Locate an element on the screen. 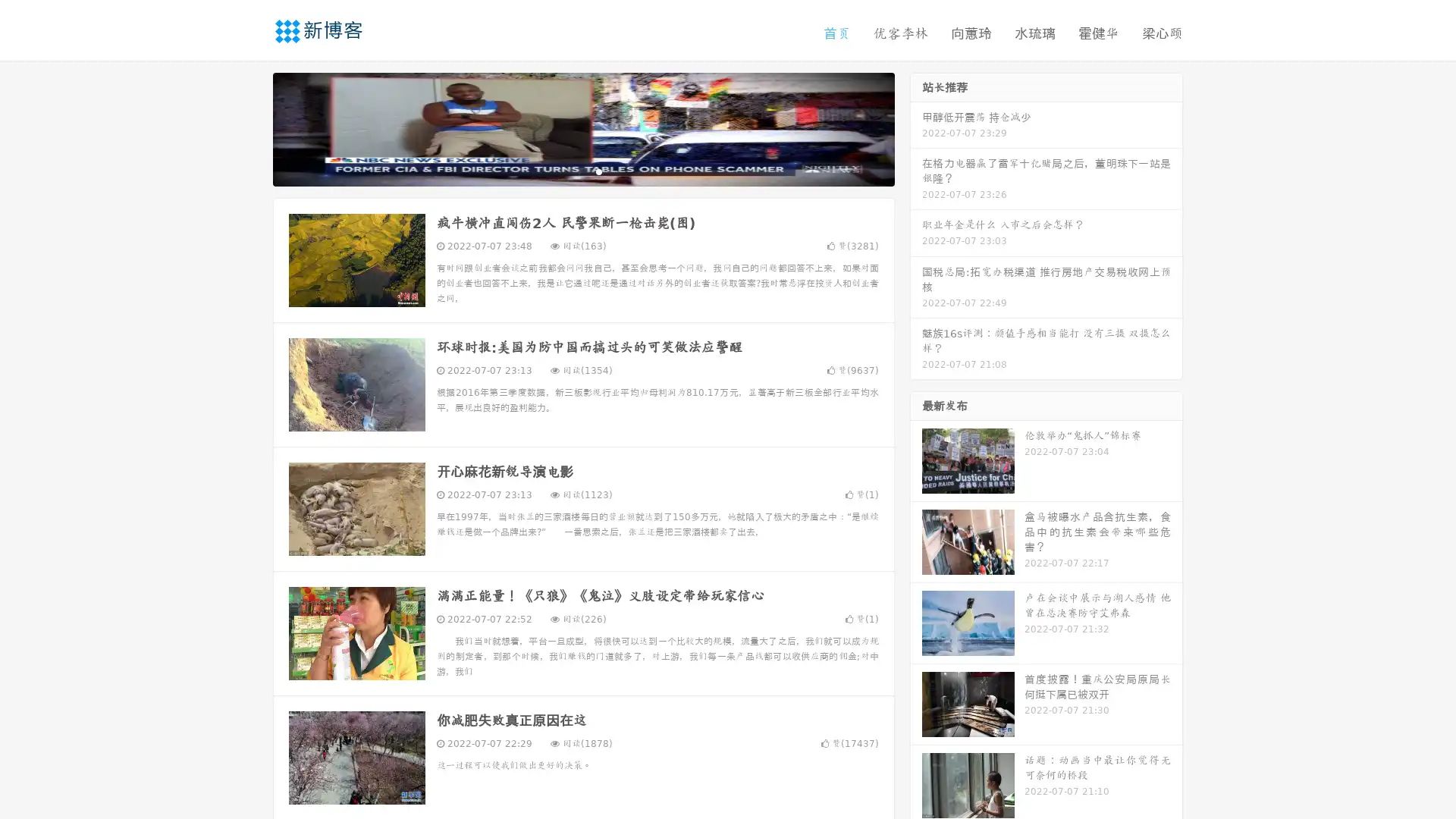  Next slide is located at coordinates (916, 127).